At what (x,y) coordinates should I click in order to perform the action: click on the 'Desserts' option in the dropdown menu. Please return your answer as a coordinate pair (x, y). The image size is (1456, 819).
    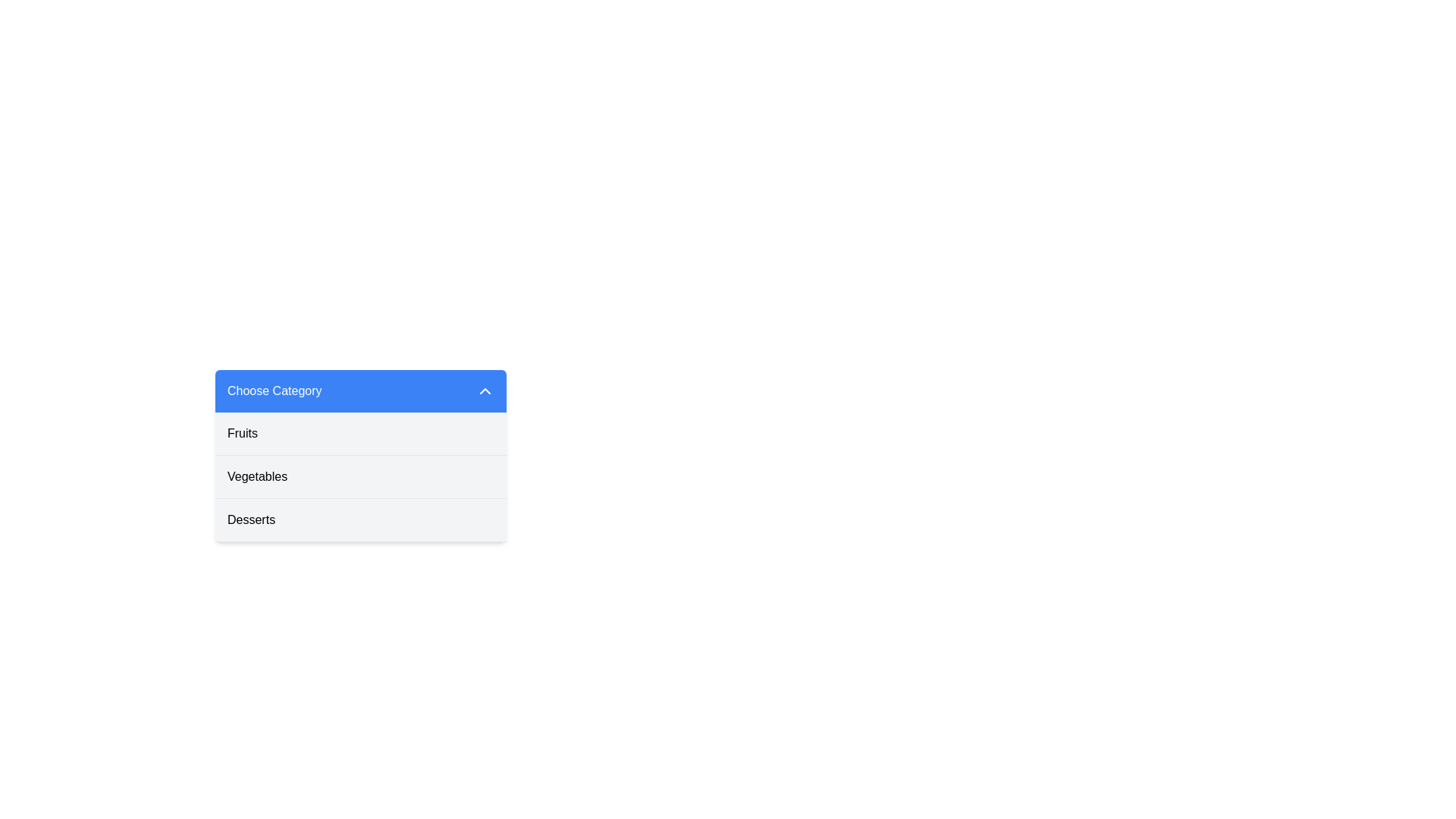
    Looking at the image, I should click on (359, 519).